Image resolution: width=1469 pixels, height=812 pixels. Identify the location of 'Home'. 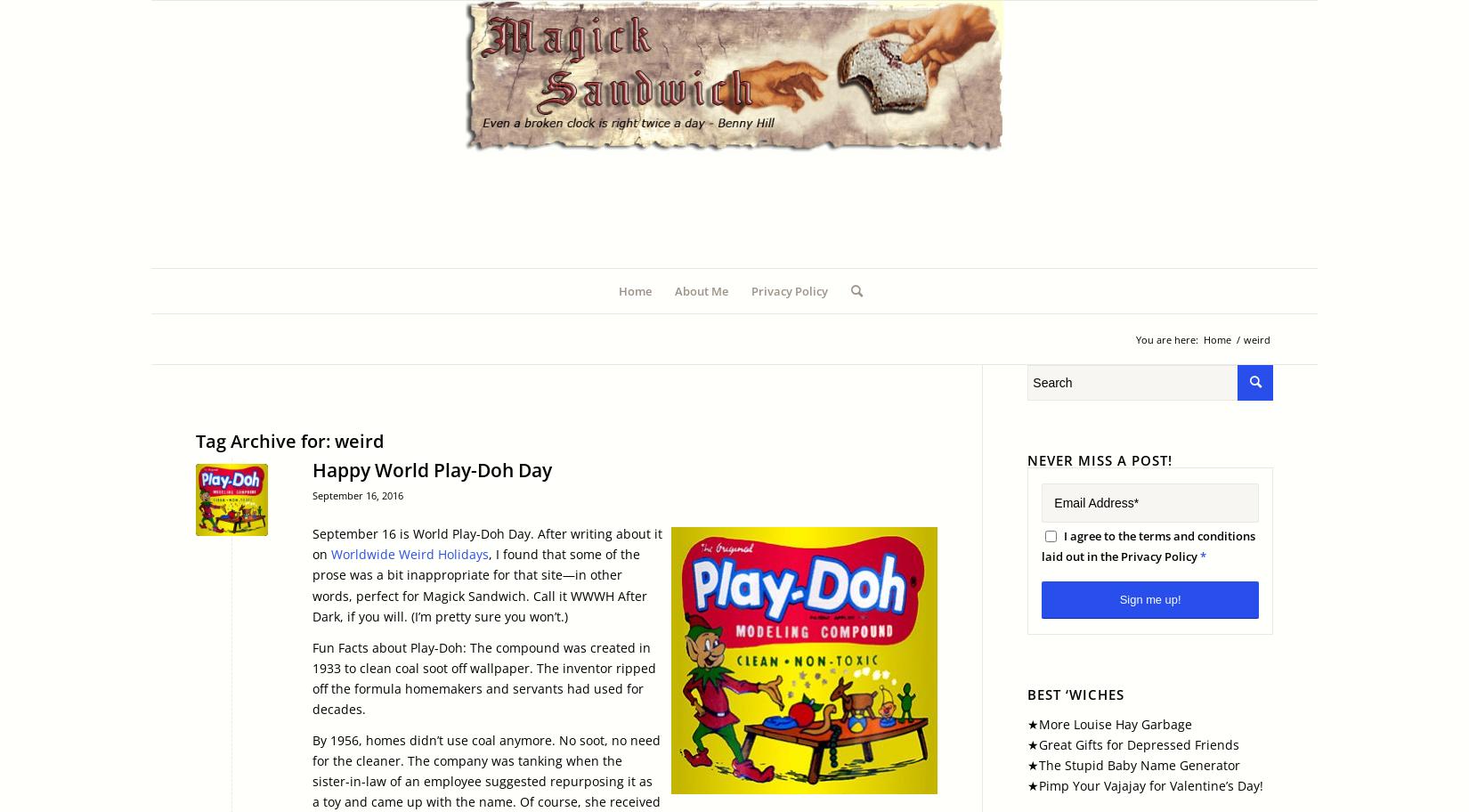
(633, 291).